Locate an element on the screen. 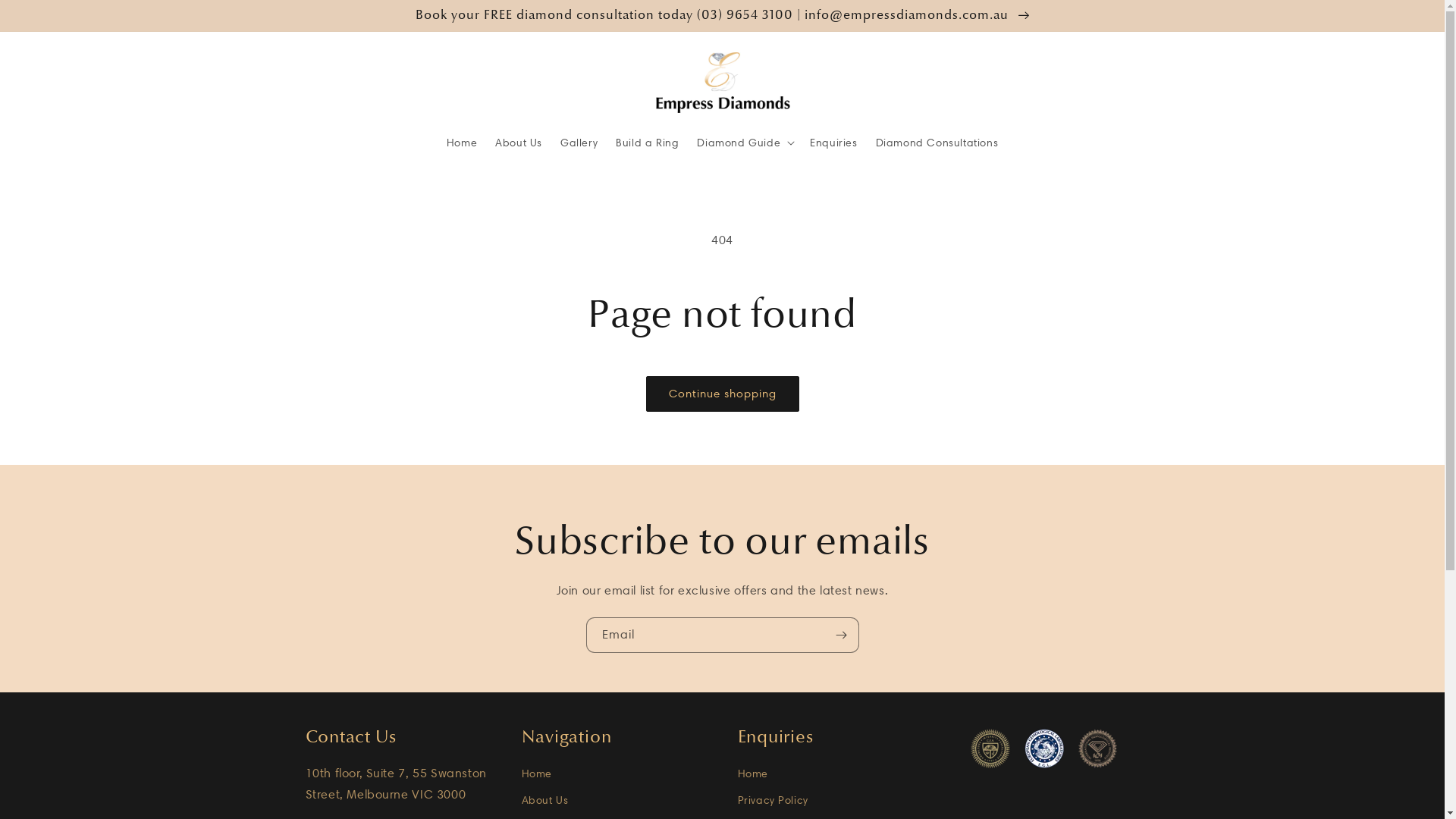 The width and height of the screenshot is (1456, 819). 'About Us' is located at coordinates (545, 799).